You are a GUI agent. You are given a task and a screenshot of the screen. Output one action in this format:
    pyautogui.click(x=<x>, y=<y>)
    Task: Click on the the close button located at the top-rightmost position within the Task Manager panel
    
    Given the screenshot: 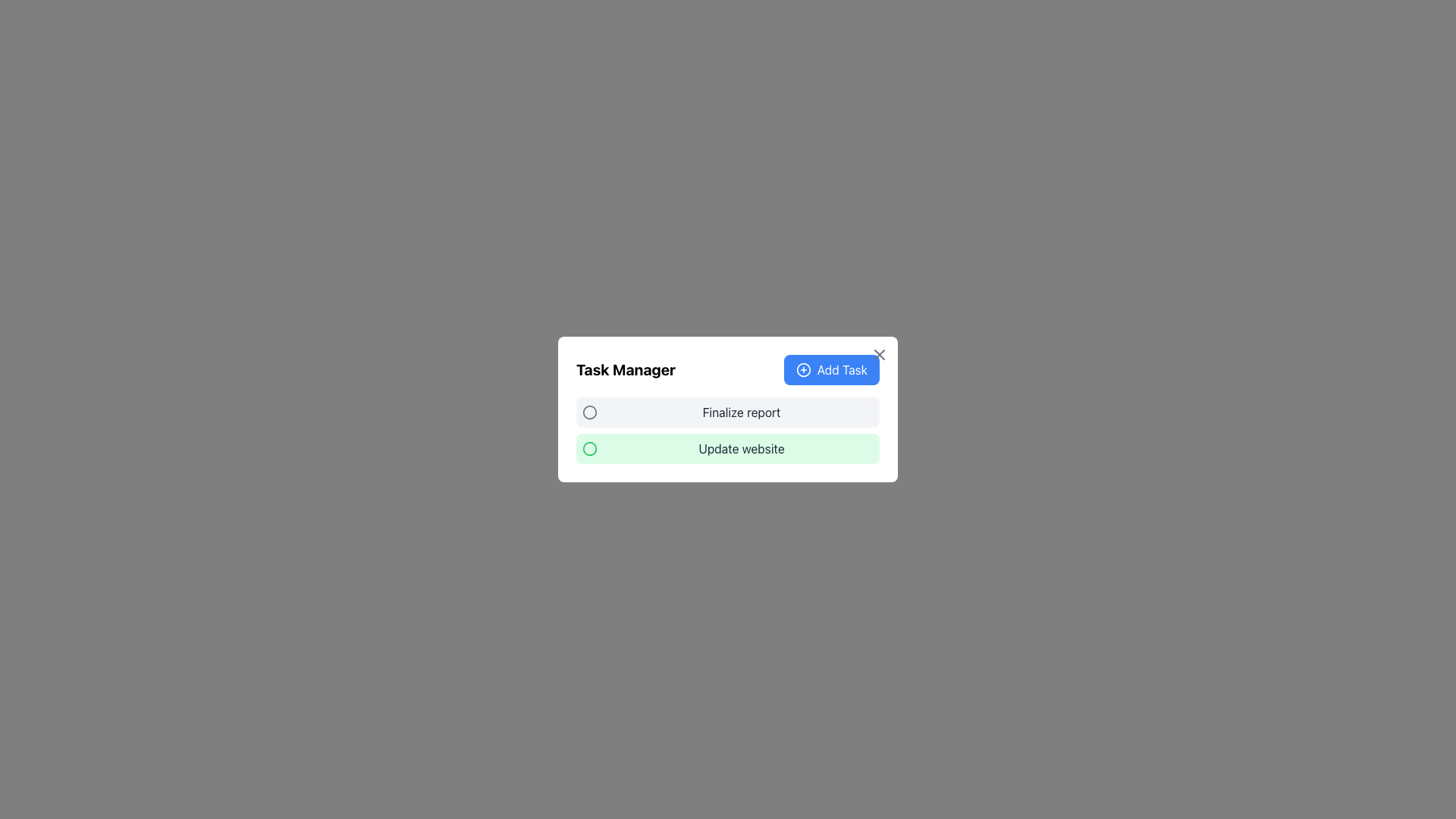 What is the action you would take?
    pyautogui.click(x=880, y=354)
    